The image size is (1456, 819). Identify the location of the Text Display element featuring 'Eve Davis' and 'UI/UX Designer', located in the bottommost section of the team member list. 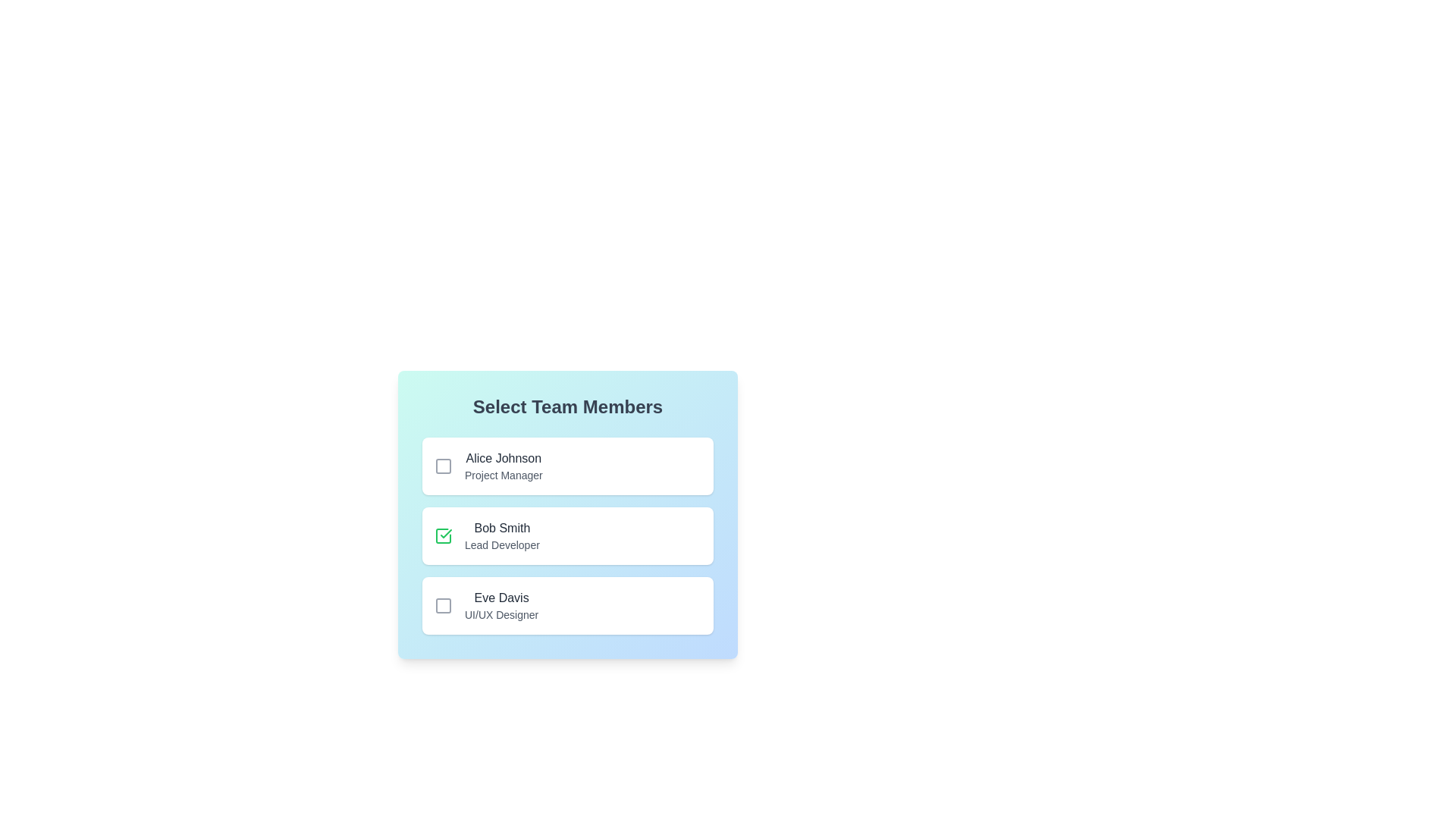
(501, 604).